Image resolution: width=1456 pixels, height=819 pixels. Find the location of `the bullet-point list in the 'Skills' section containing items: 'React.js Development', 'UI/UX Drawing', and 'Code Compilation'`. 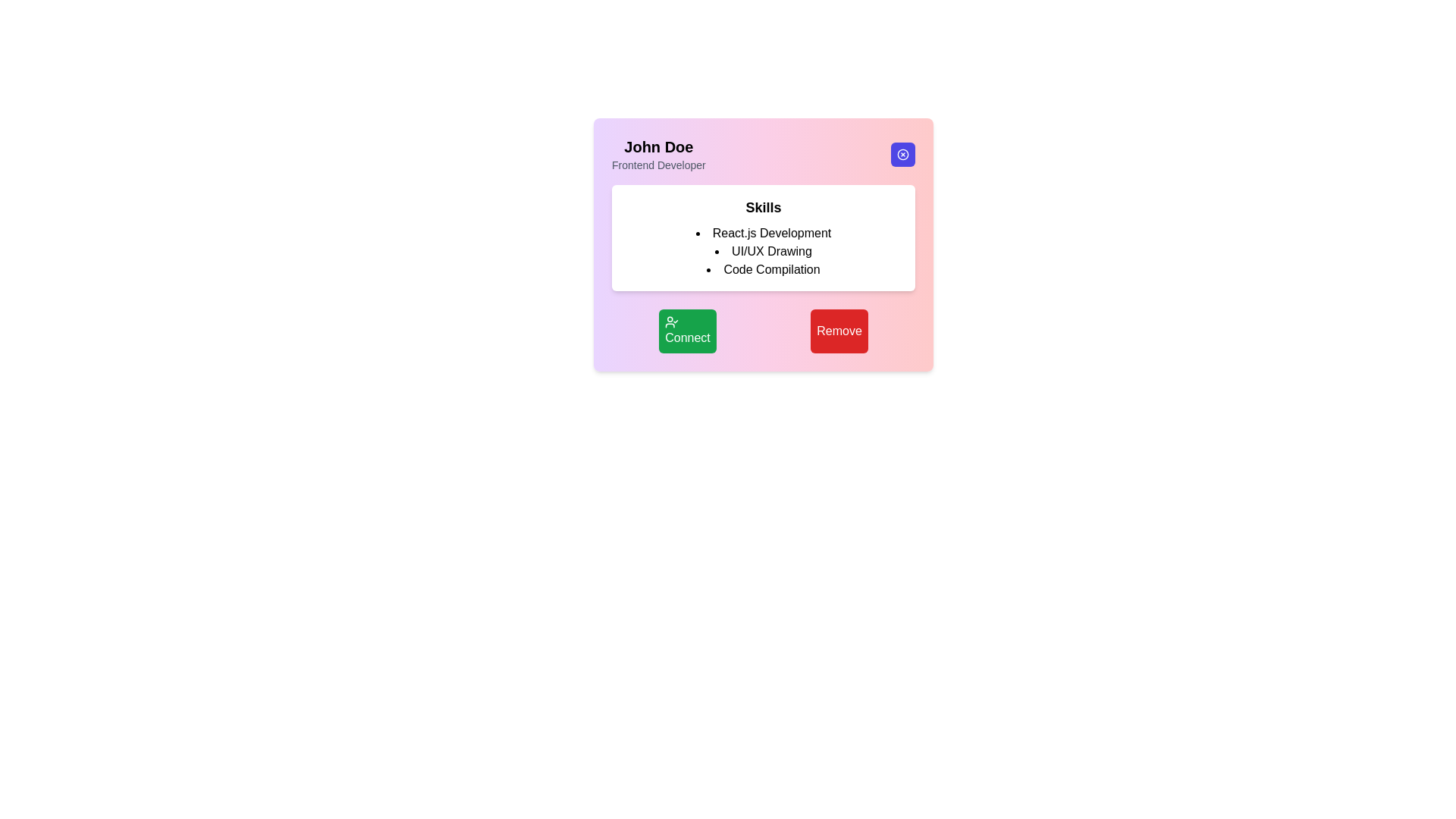

the bullet-point list in the 'Skills' section containing items: 'React.js Development', 'UI/UX Drawing', and 'Code Compilation' is located at coordinates (764, 250).